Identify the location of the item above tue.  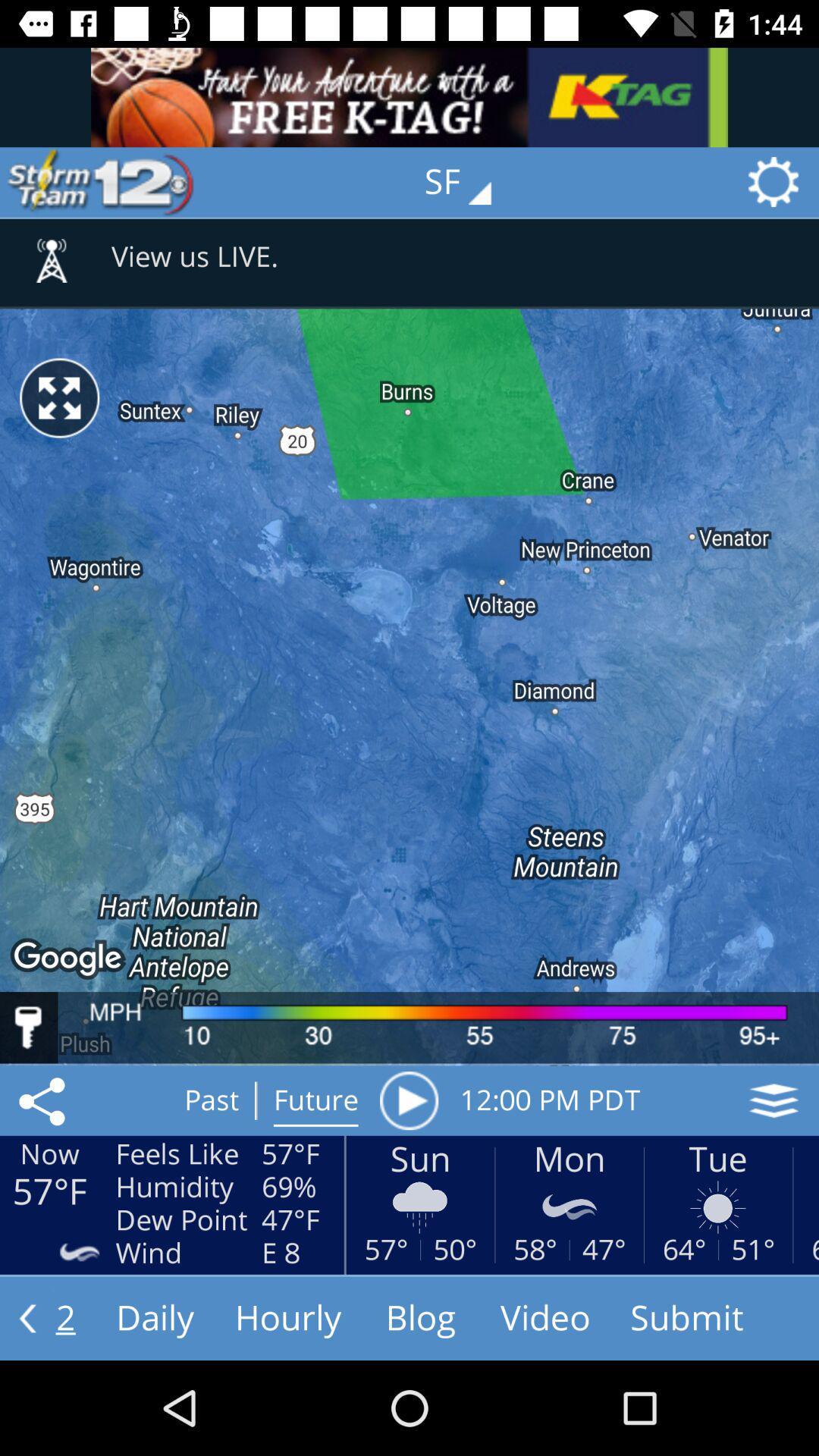
(773, 1100).